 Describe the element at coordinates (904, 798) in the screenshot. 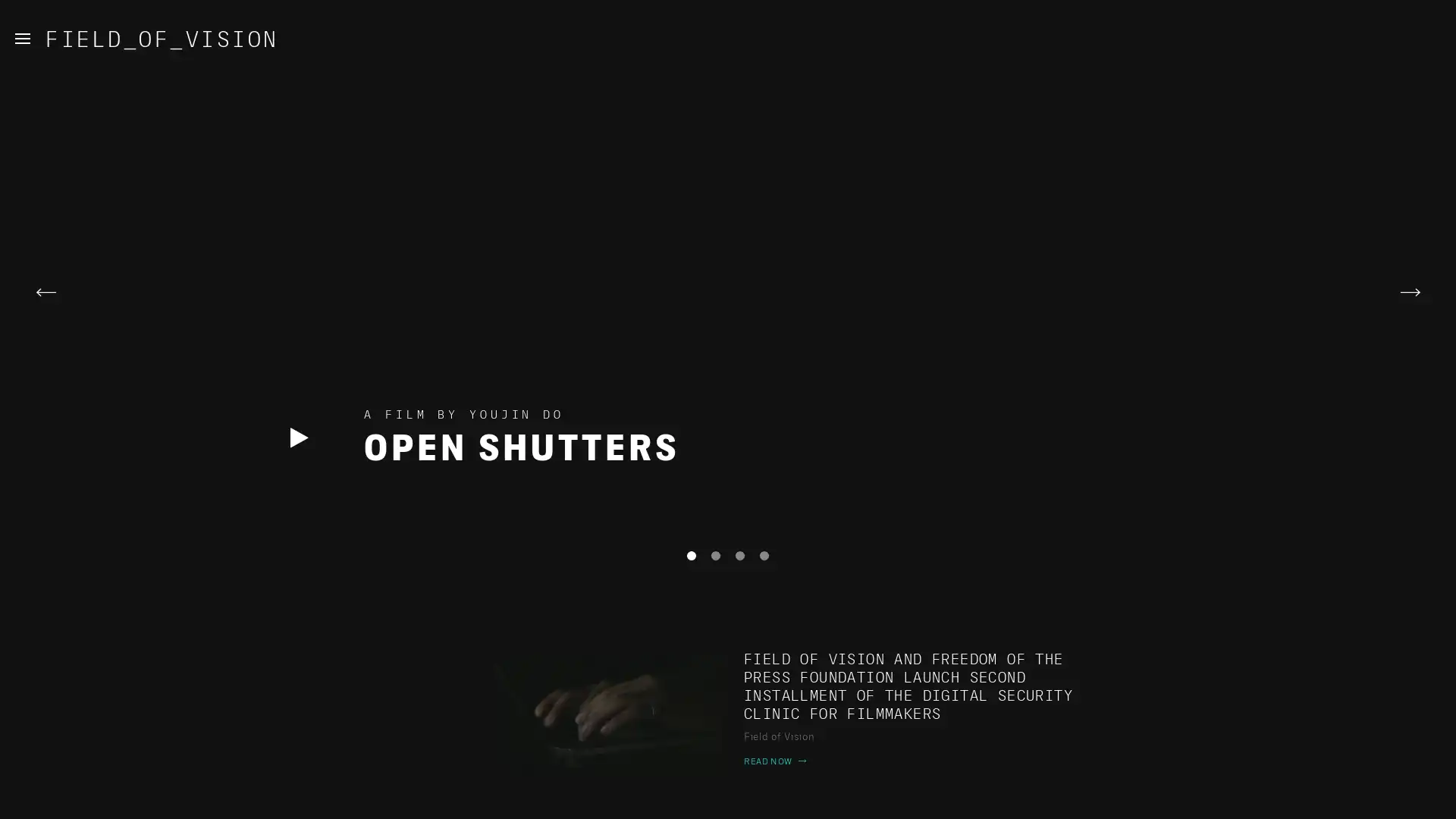

I see `BY SUBSCRIBING YOU AGREE TO OUR TERMS & PRIVACY POLICY.` at that location.